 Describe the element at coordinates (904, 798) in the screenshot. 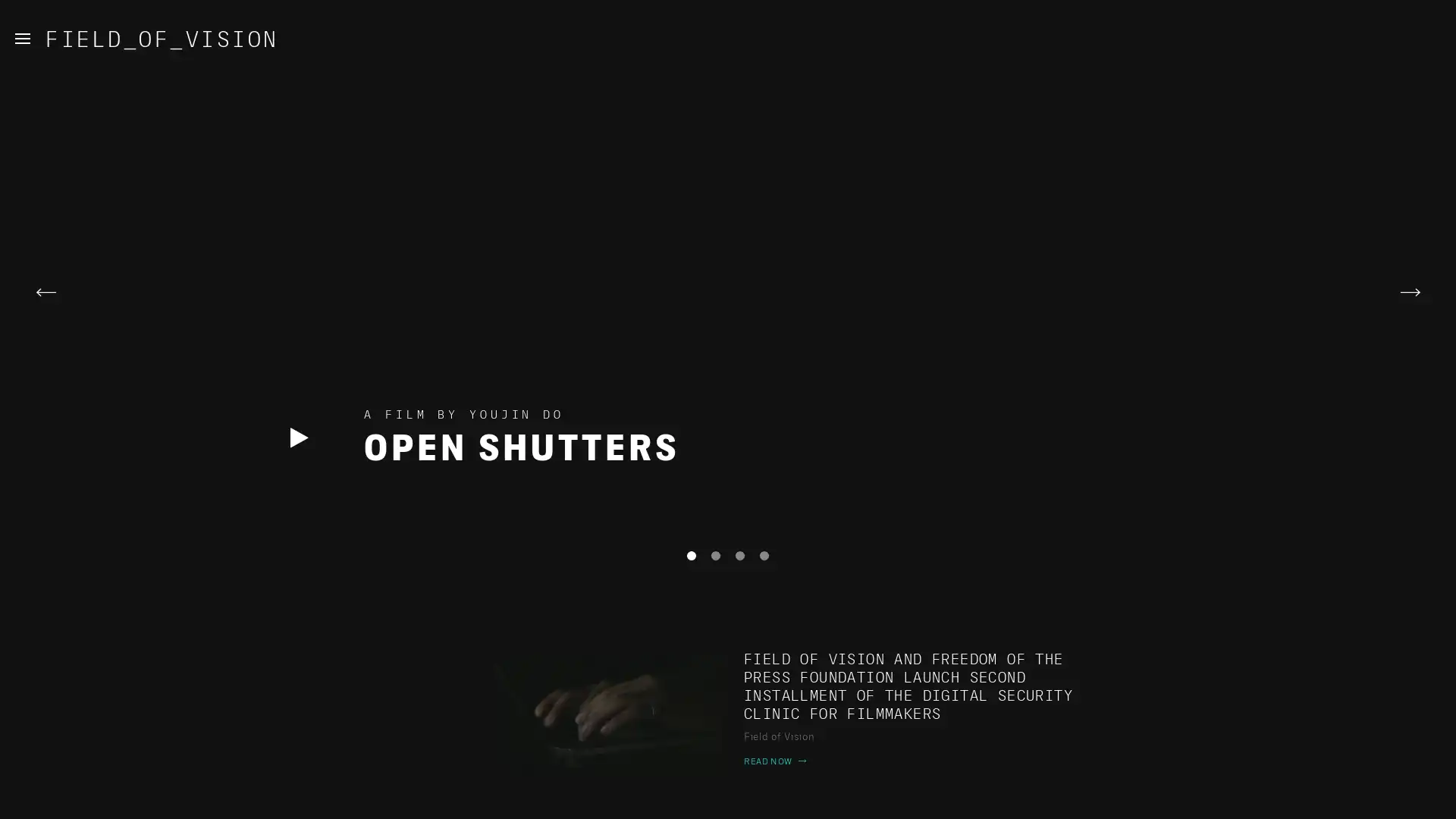

I see `BY SUBSCRIBING YOU AGREE TO OUR TERMS & PRIVACY POLICY.` at that location.